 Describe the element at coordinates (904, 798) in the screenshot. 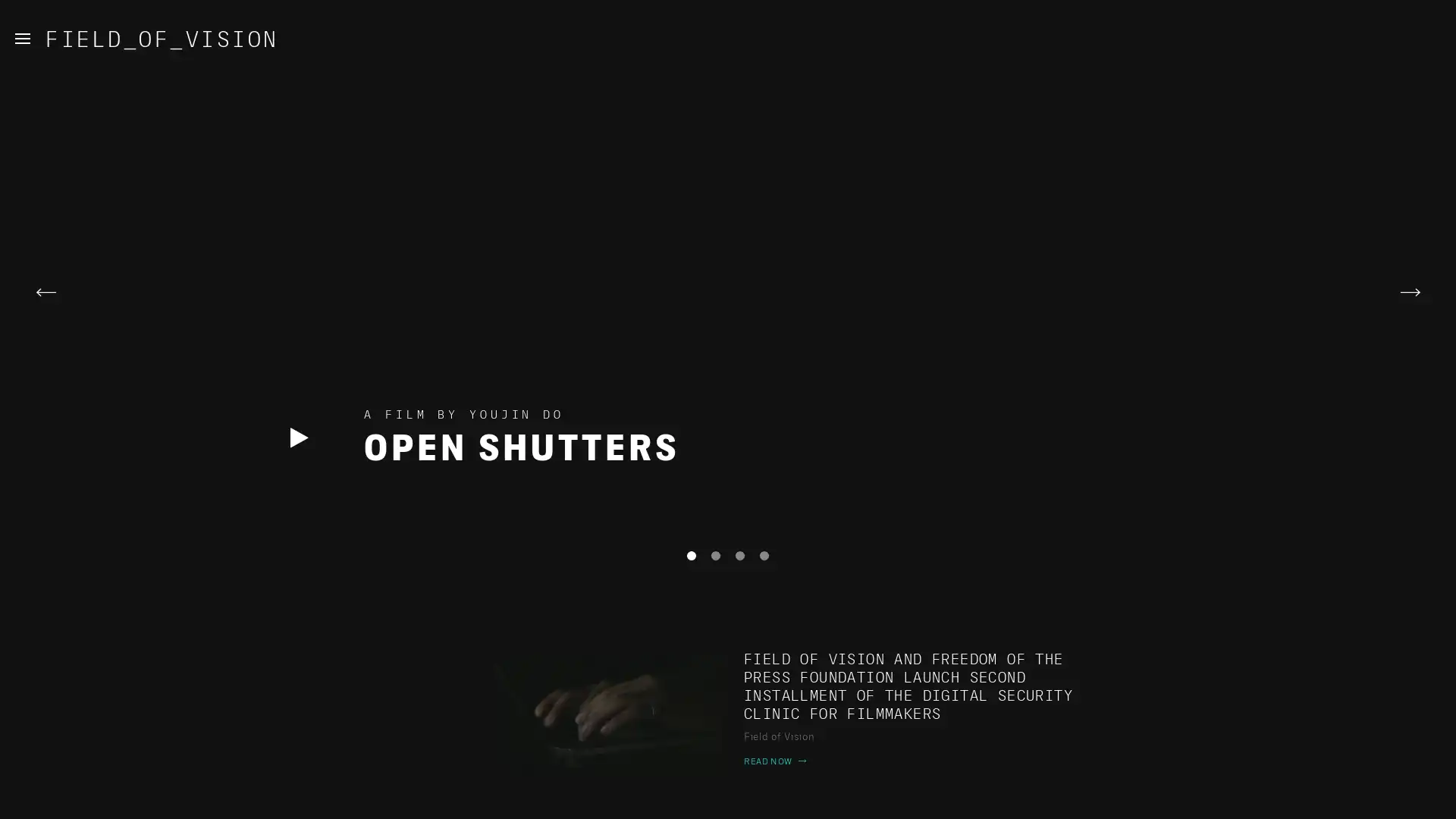

I see `BY SUBSCRIBING YOU AGREE TO OUR TERMS & PRIVACY POLICY.` at that location.